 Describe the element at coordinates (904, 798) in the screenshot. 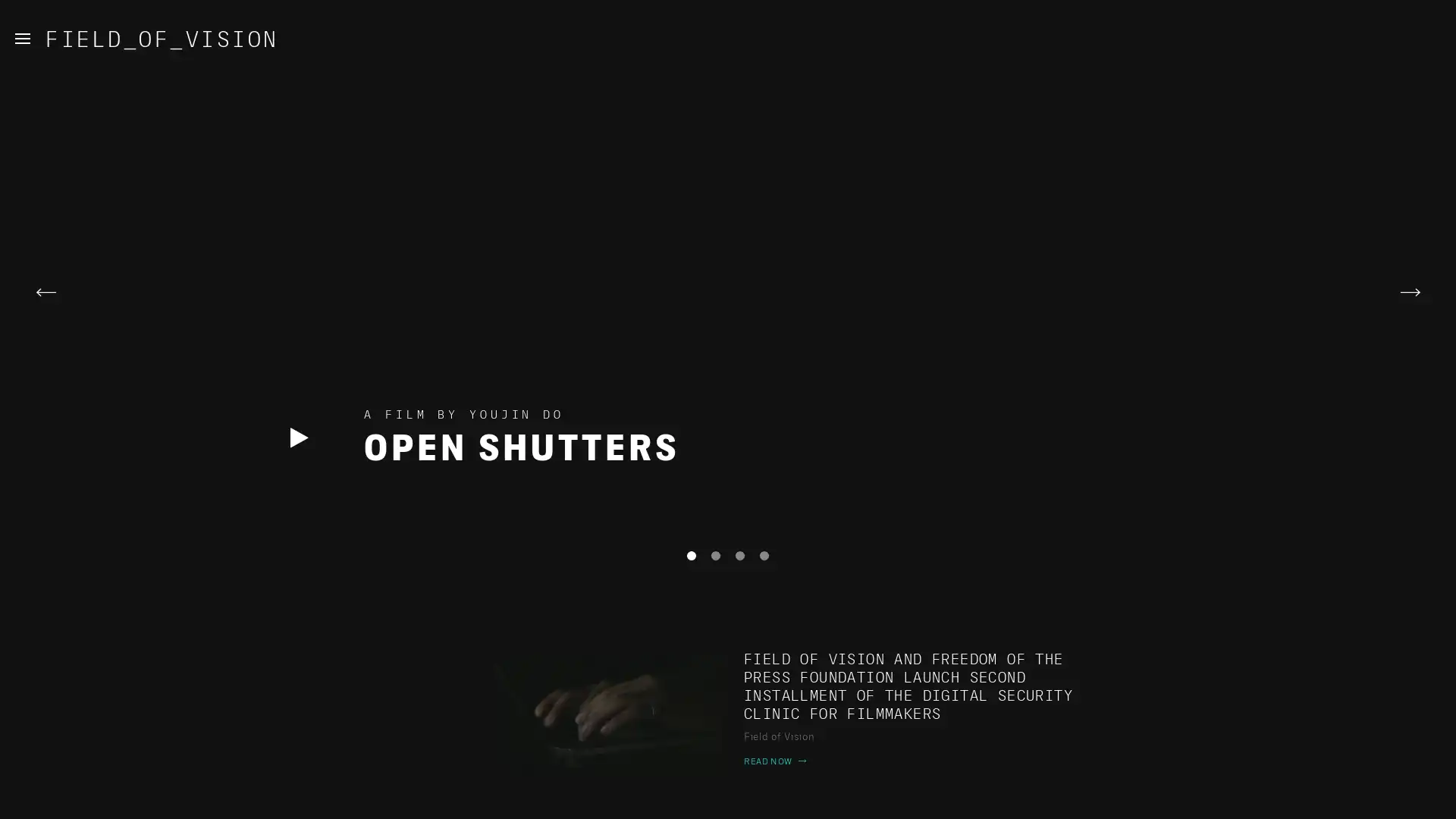

I see `BY SUBSCRIBING YOU AGREE TO OUR TERMS & PRIVACY POLICY.` at that location.